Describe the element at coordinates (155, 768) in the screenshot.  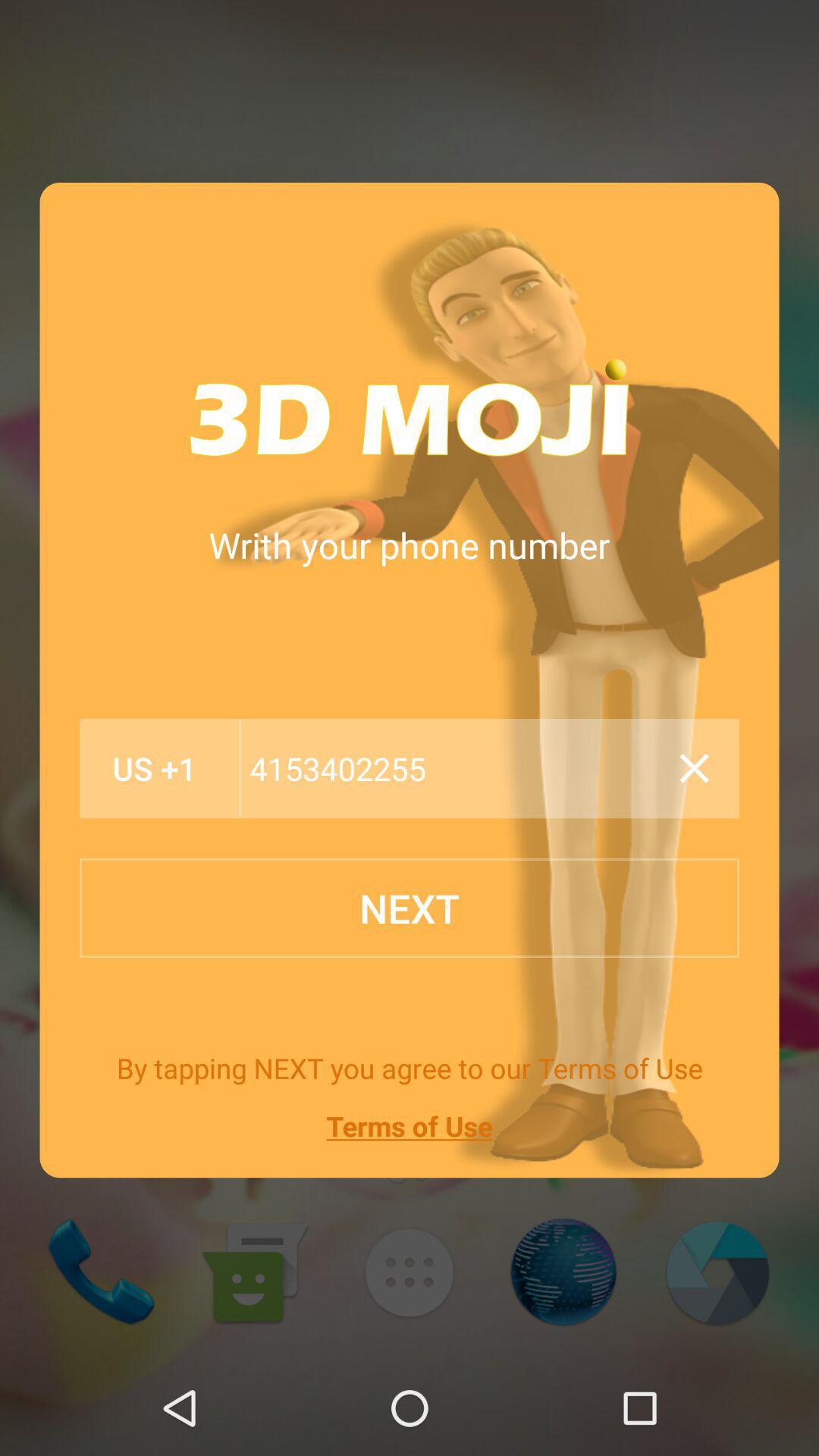
I see `the us +1 icon` at that location.